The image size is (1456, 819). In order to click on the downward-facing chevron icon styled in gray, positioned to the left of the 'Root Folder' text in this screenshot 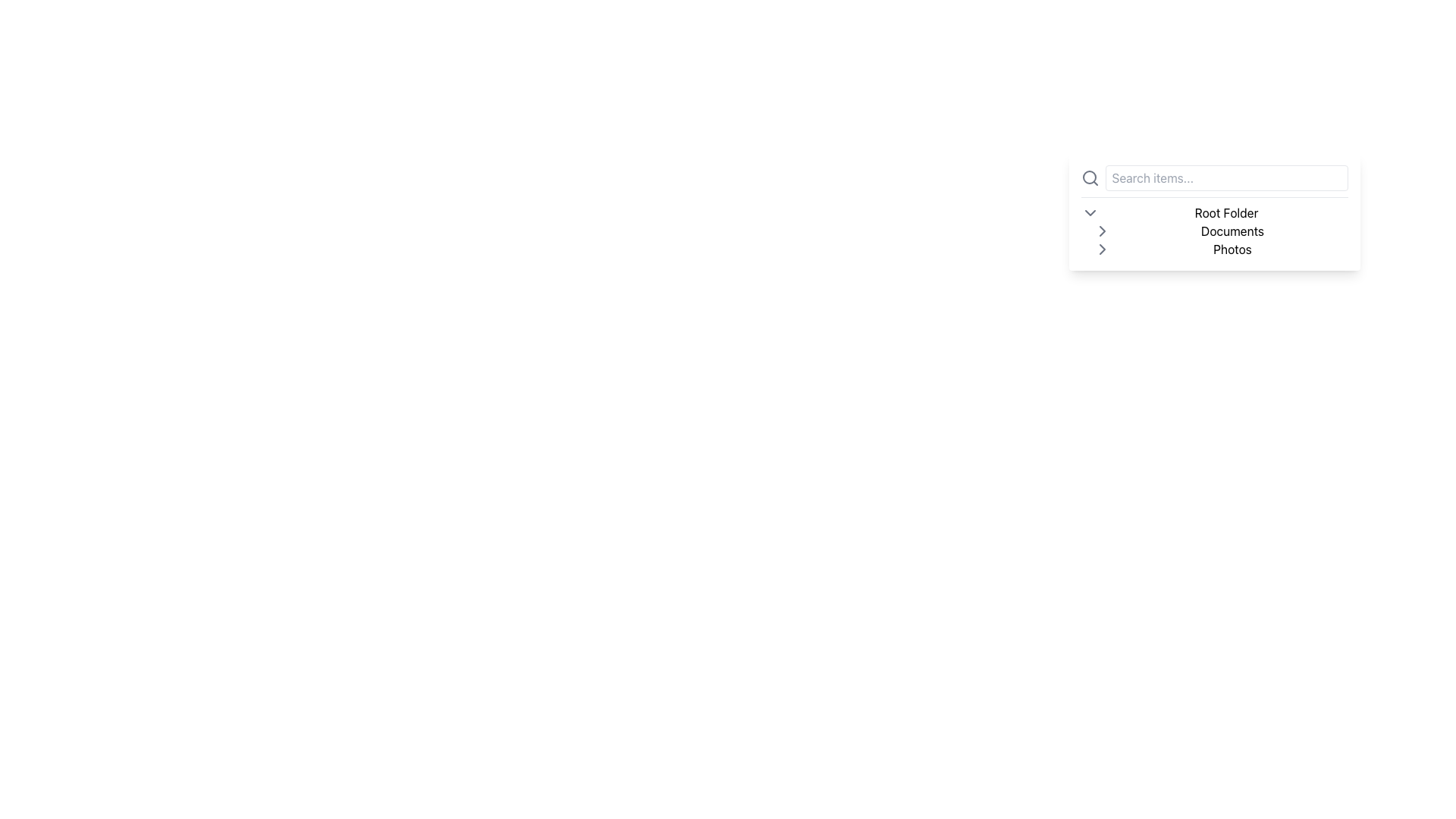, I will do `click(1089, 213)`.